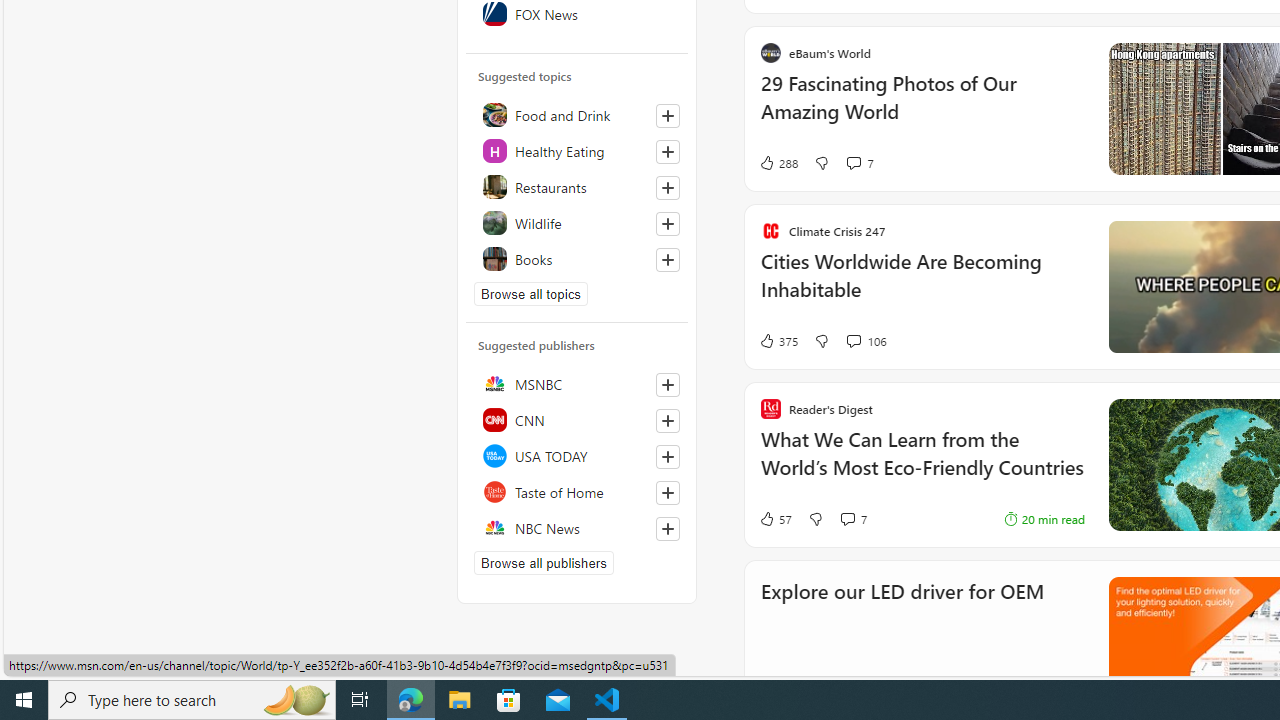 The width and height of the screenshot is (1280, 720). I want to click on 'Books', so click(576, 257).